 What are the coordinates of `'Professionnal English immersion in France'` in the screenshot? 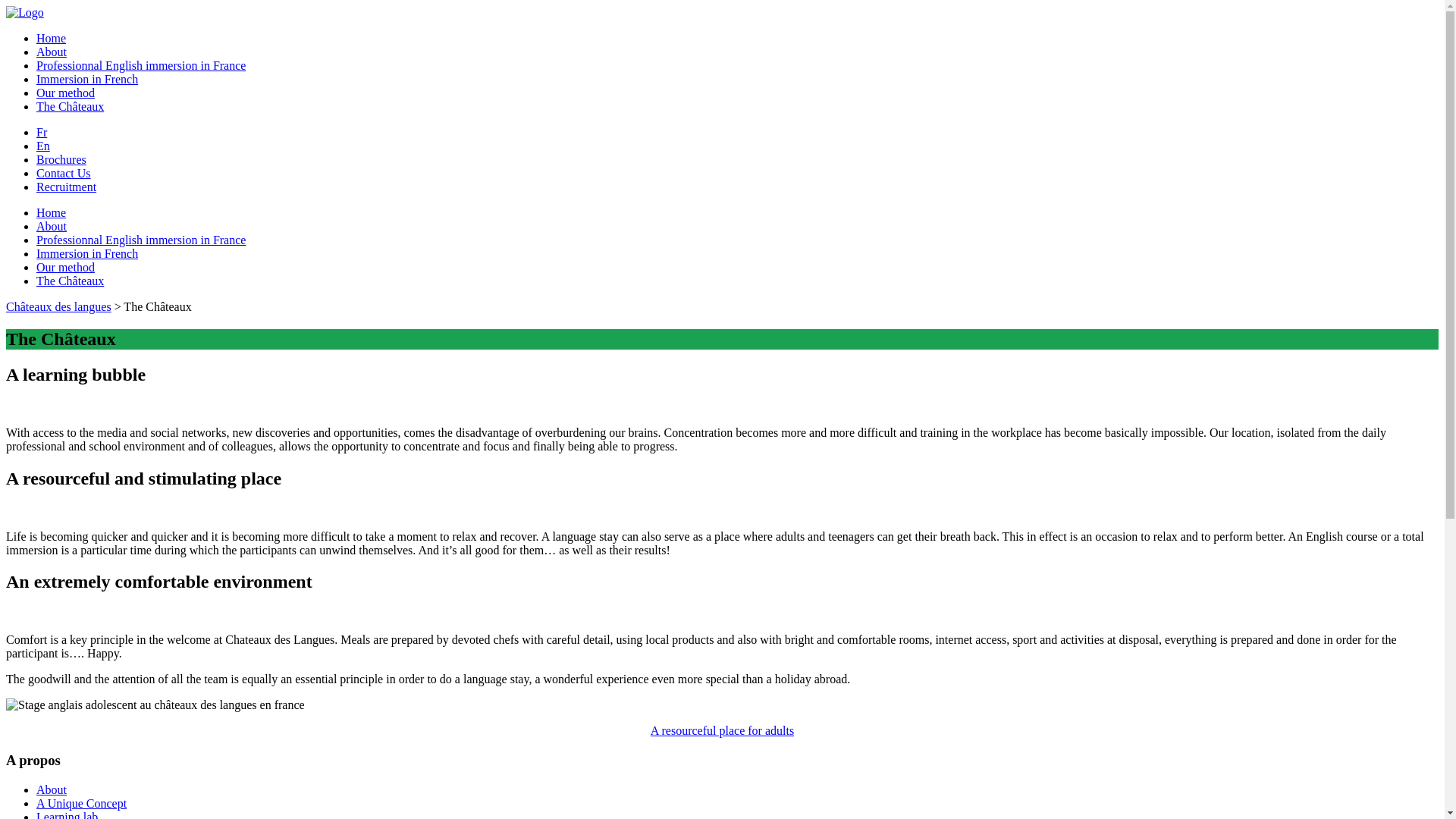 It's located at (141, 64).